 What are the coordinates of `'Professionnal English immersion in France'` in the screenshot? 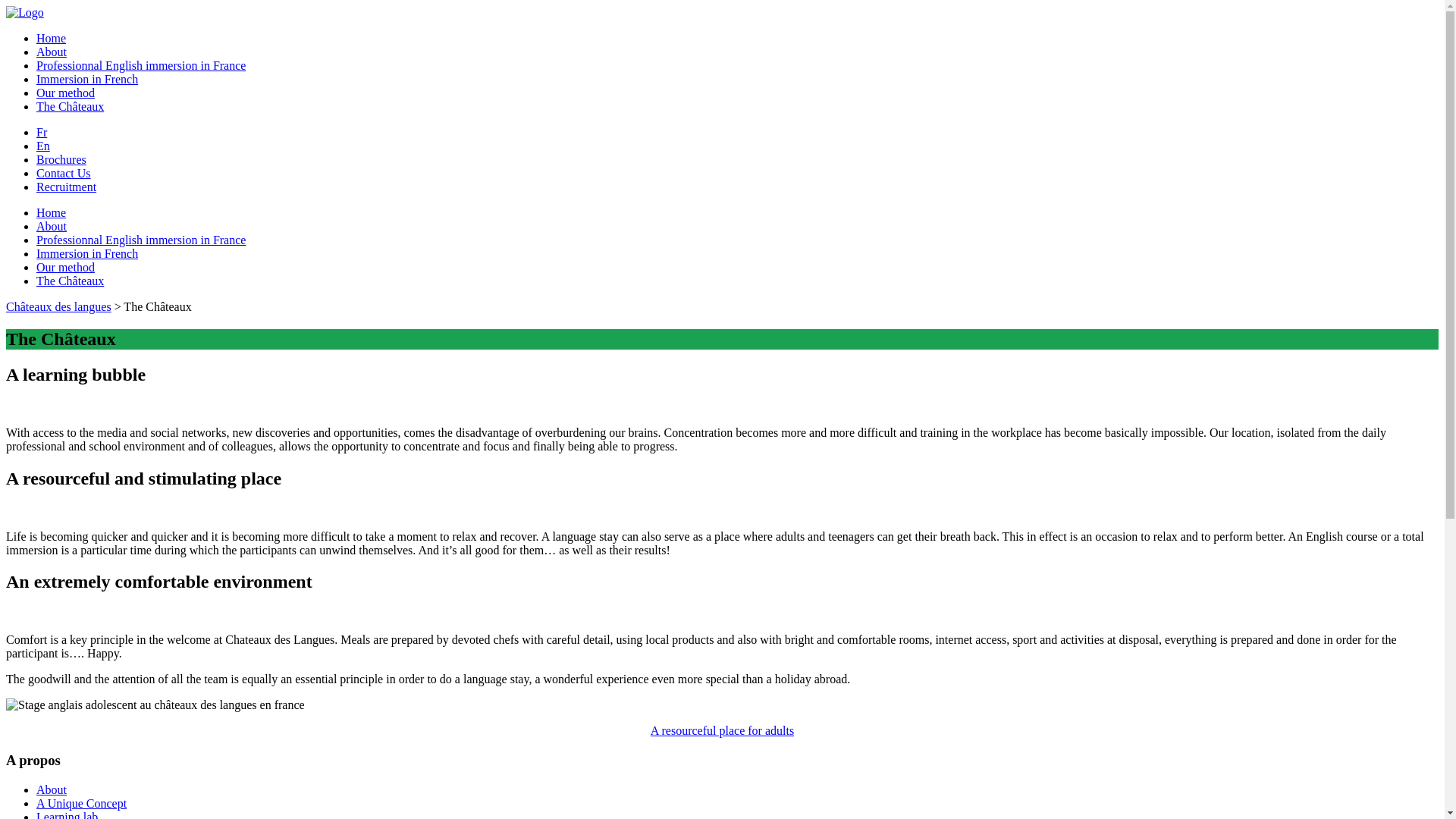 It's located at (141, 64).